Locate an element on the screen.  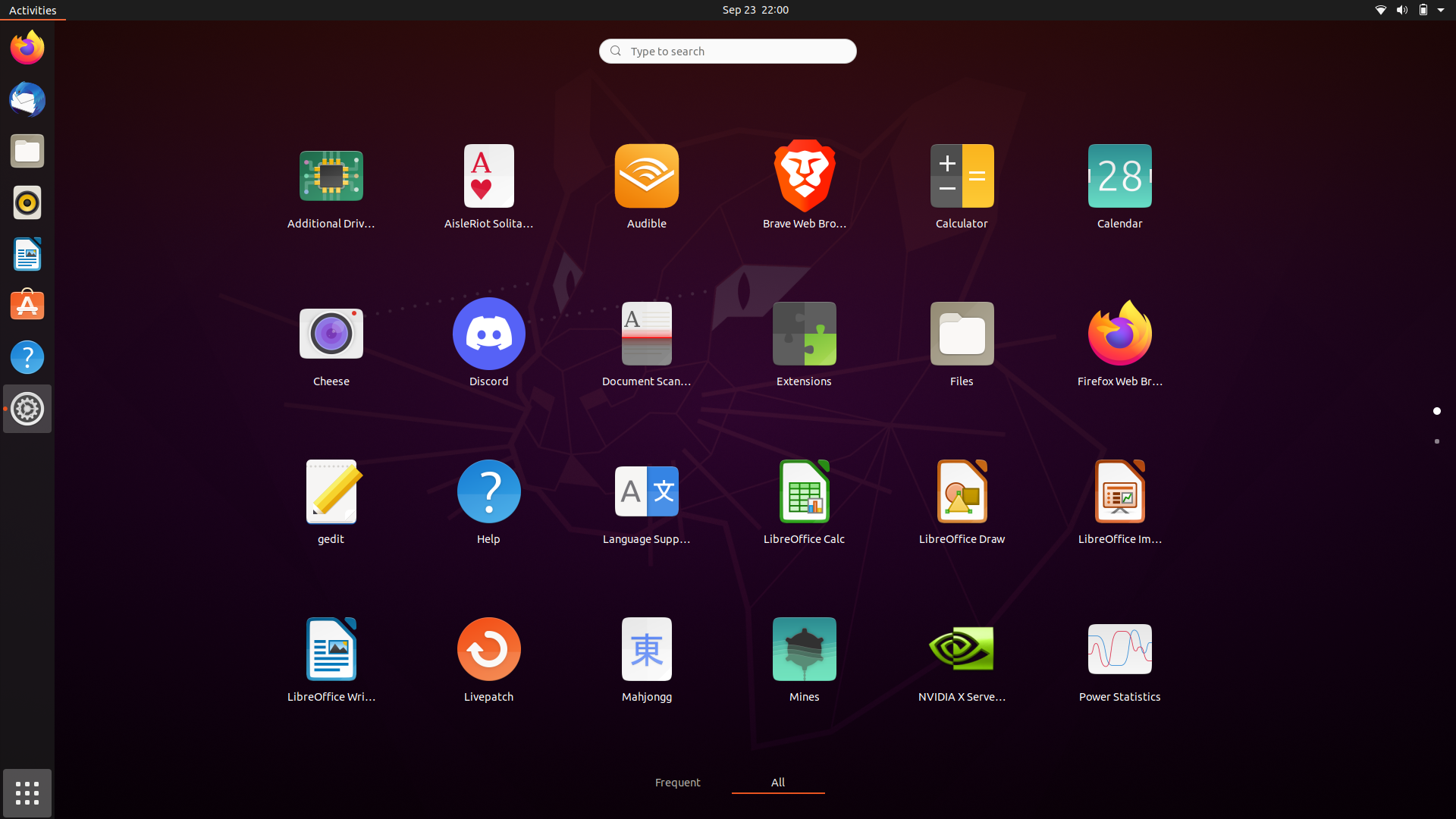
Engage the Calendar application is located at coordinates (1119, 184).